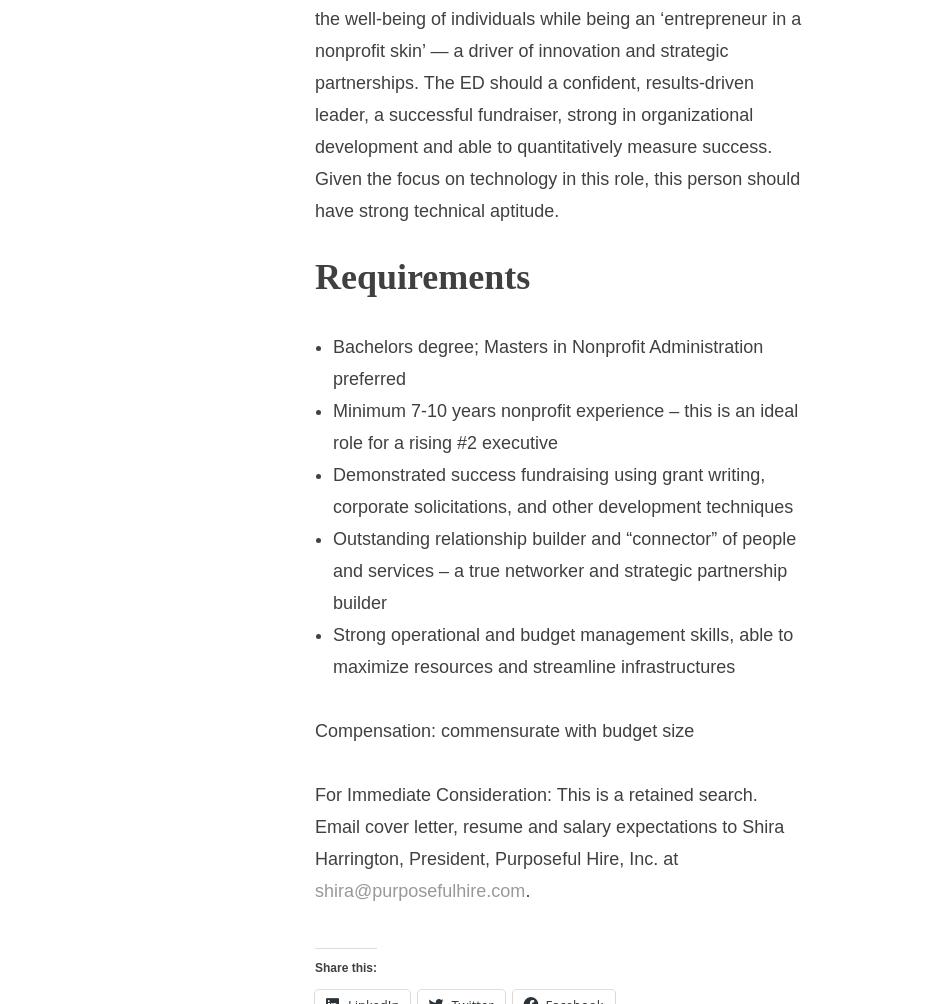 Image resolution: width=950 pixels, height=1004 pixels. Describe the element at coordinates (344, 966) in the screenshot. I see `'Share this:'` at that location.